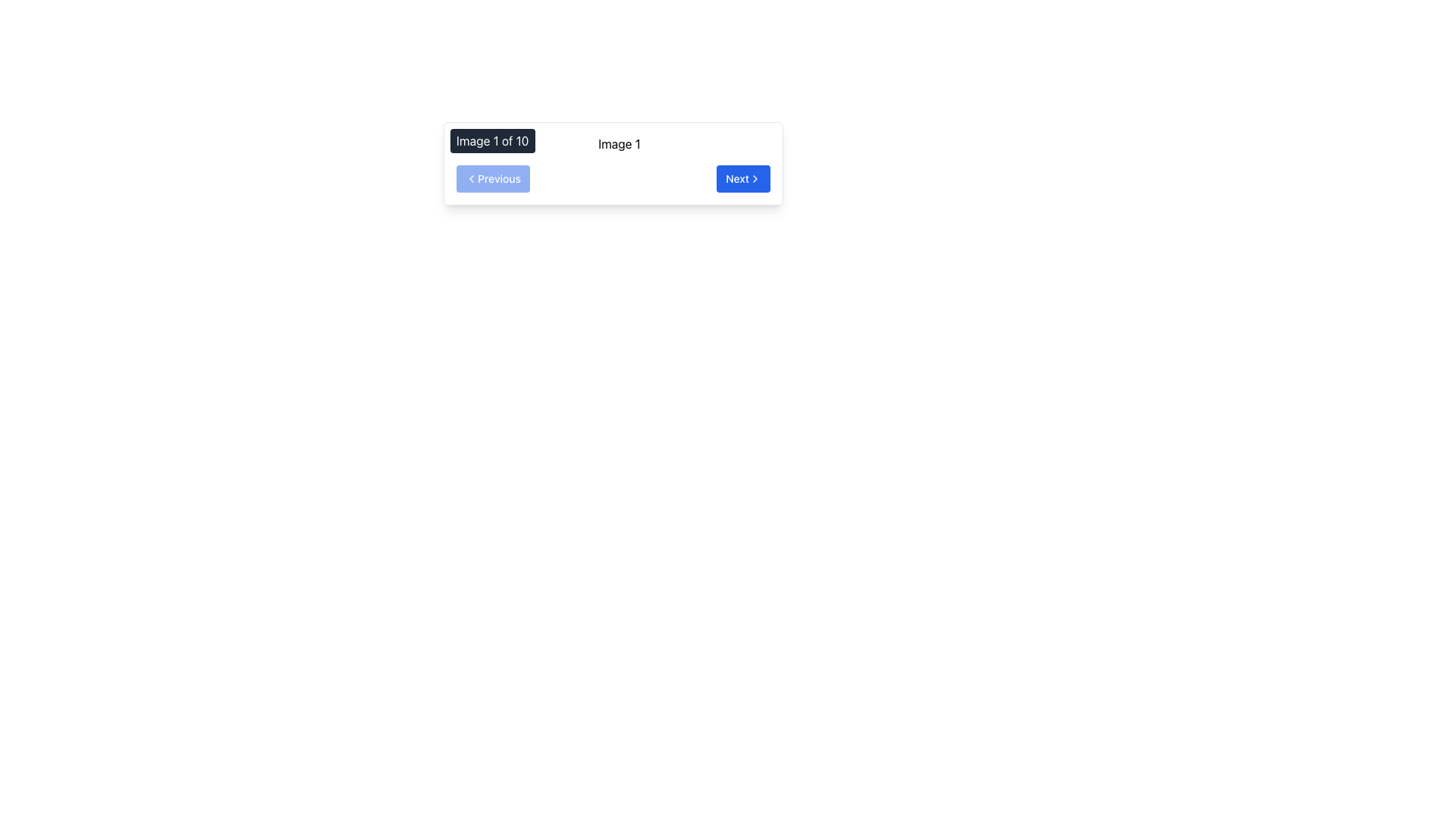 The image size is (1456, 819). Describe the element at coordinates (471, 177) in the screenshot. I see `the left-pointing chevron icon indicating backward navigation, which is located to the left of the 'Previous' button in the navigation bar` at that location.